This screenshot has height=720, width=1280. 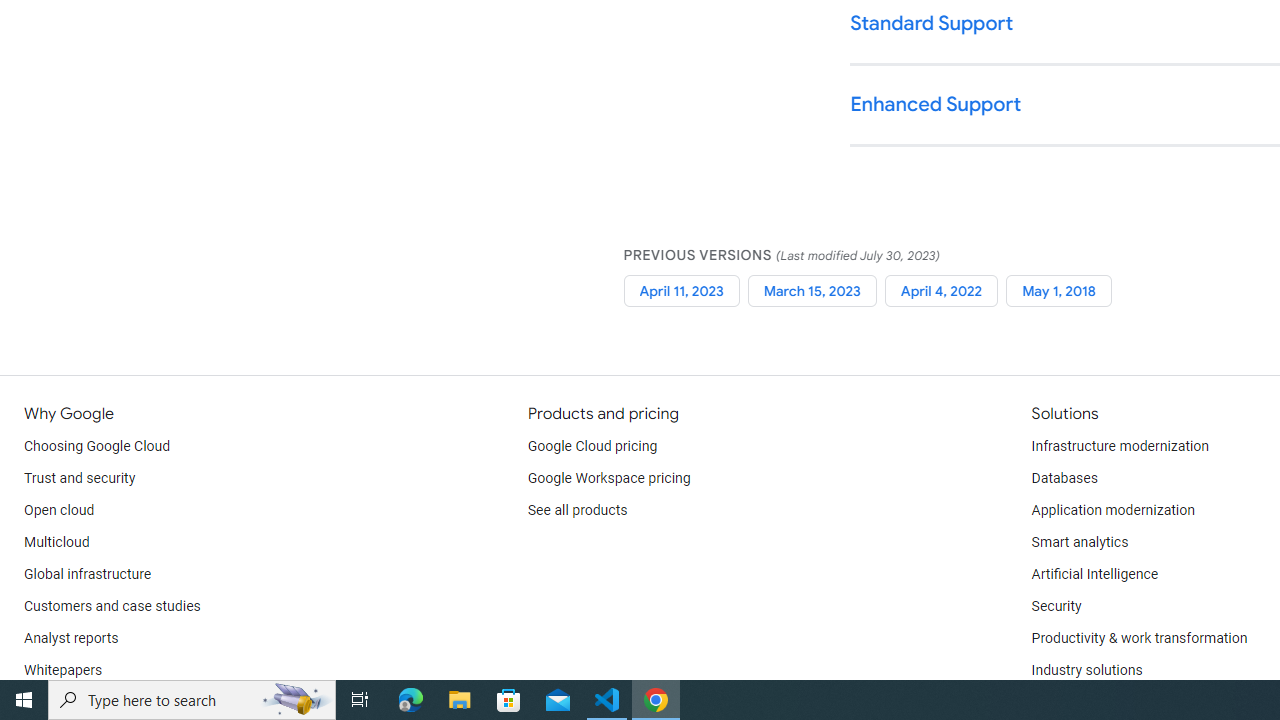 I want to click on 'April 11, 2023', so click(x=681, y=290).